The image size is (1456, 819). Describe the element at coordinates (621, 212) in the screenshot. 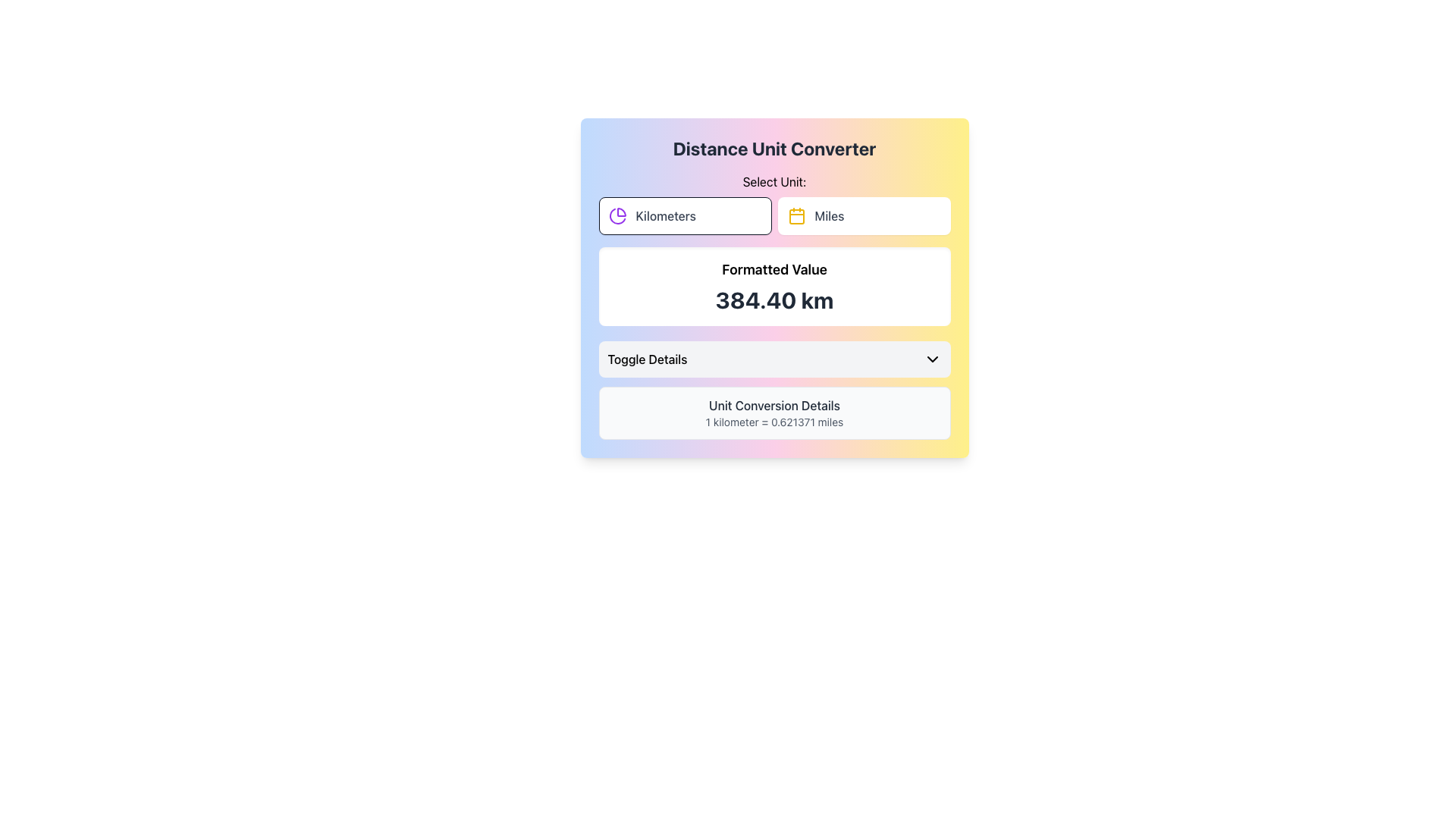

I see `the small pie-chart icon styled with a bold purple color, located on the left side of the 'Kilometers' button in the unit selection interface` at that location.